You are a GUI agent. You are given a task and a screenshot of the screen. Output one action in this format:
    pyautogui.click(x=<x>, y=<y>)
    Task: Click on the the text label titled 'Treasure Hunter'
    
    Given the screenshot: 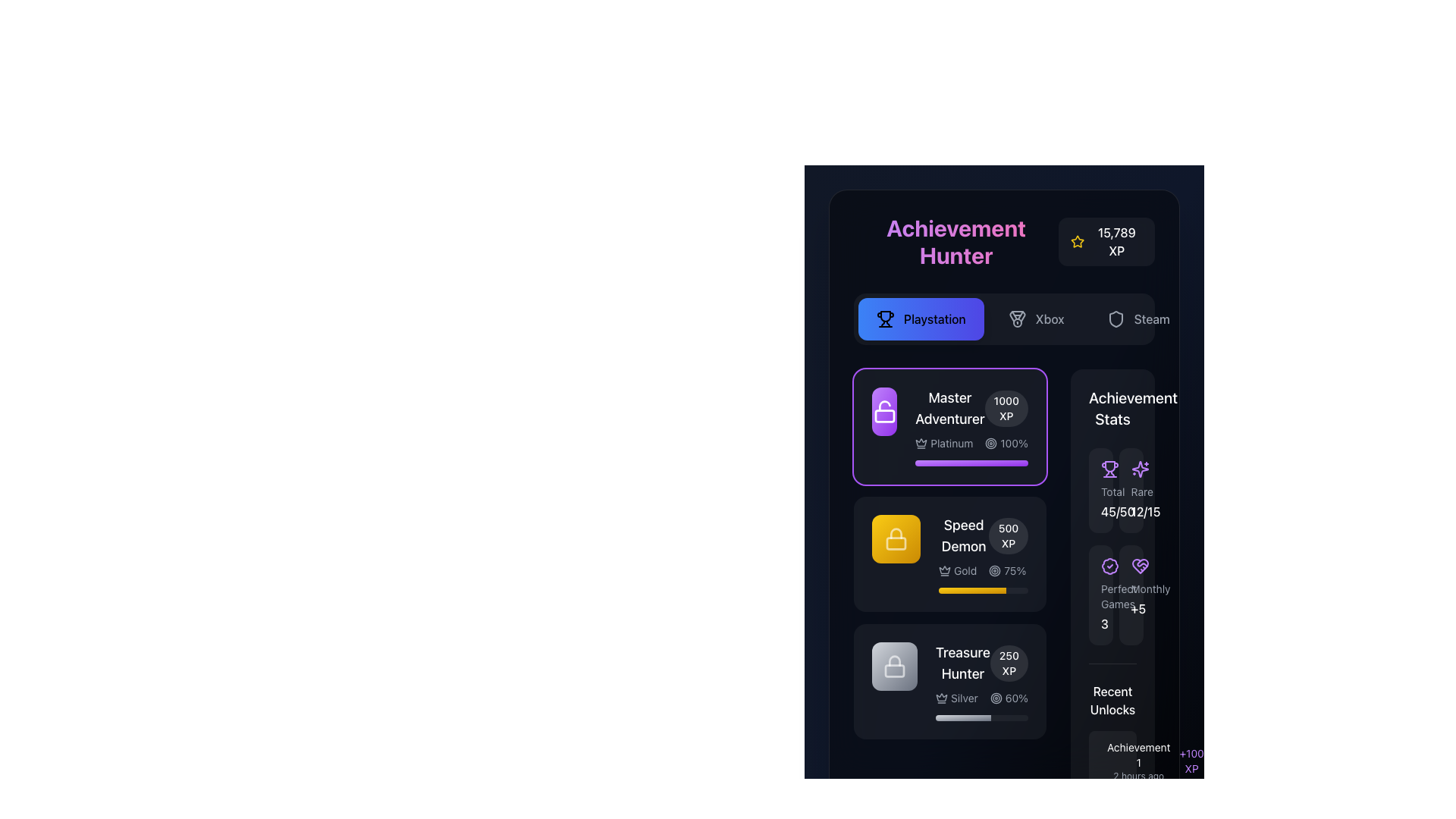 What is the action you would take?
    pyautogui.click(x=962, y=663)
    